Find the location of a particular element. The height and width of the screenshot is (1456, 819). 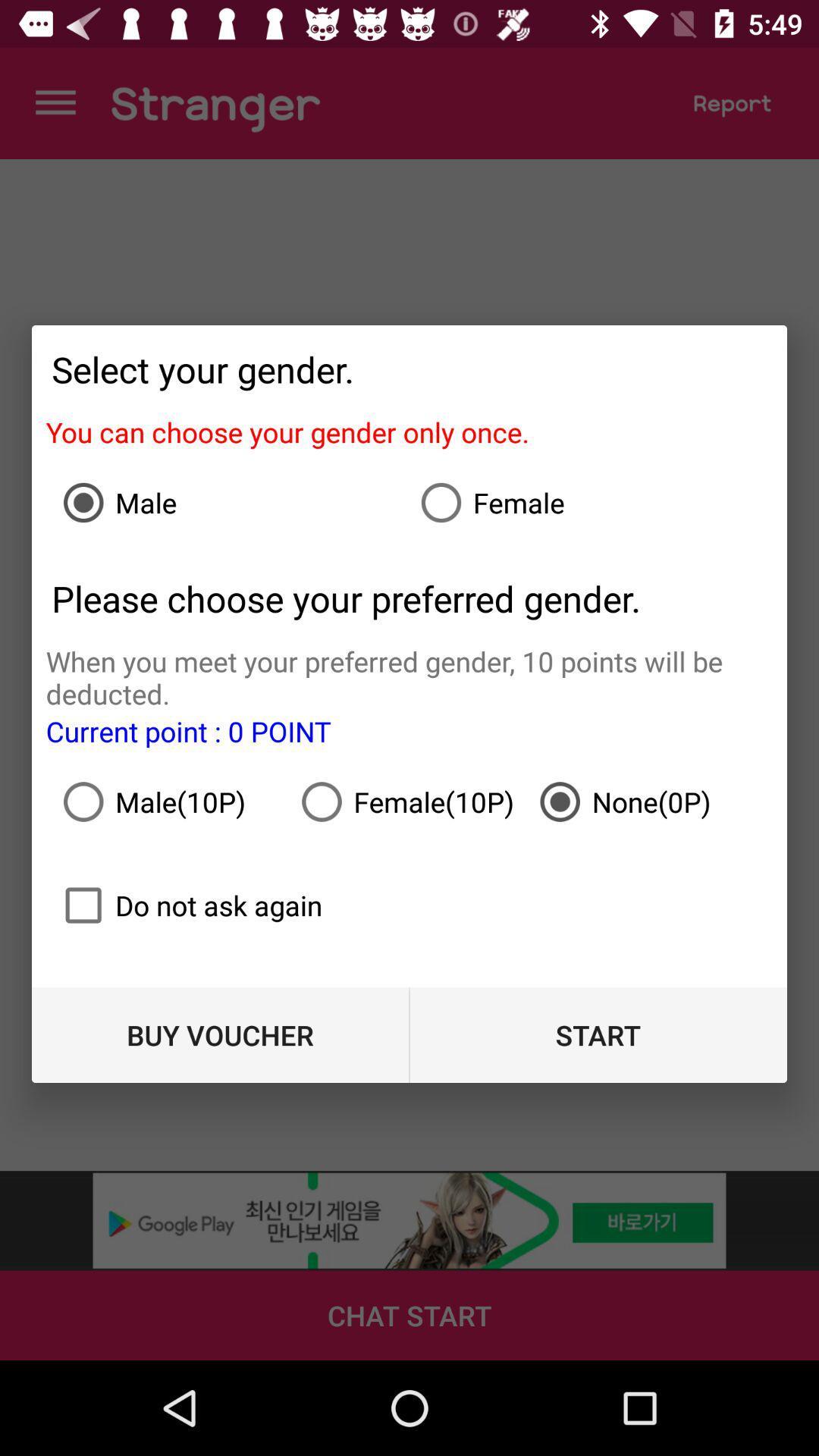

item below the current point 0 icon is located at coordinates (171, 801).